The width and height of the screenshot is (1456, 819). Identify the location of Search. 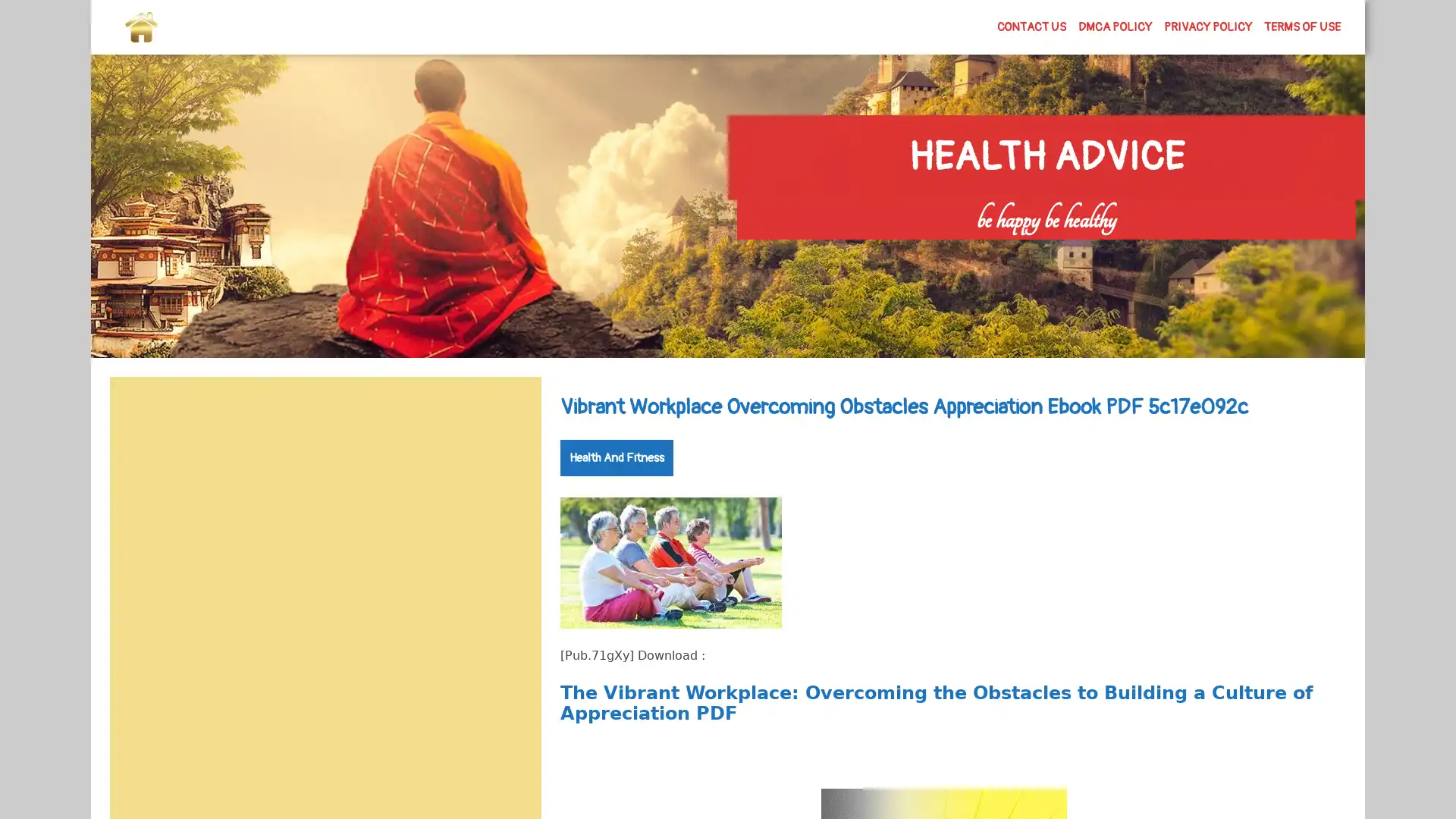
(1181, 248).